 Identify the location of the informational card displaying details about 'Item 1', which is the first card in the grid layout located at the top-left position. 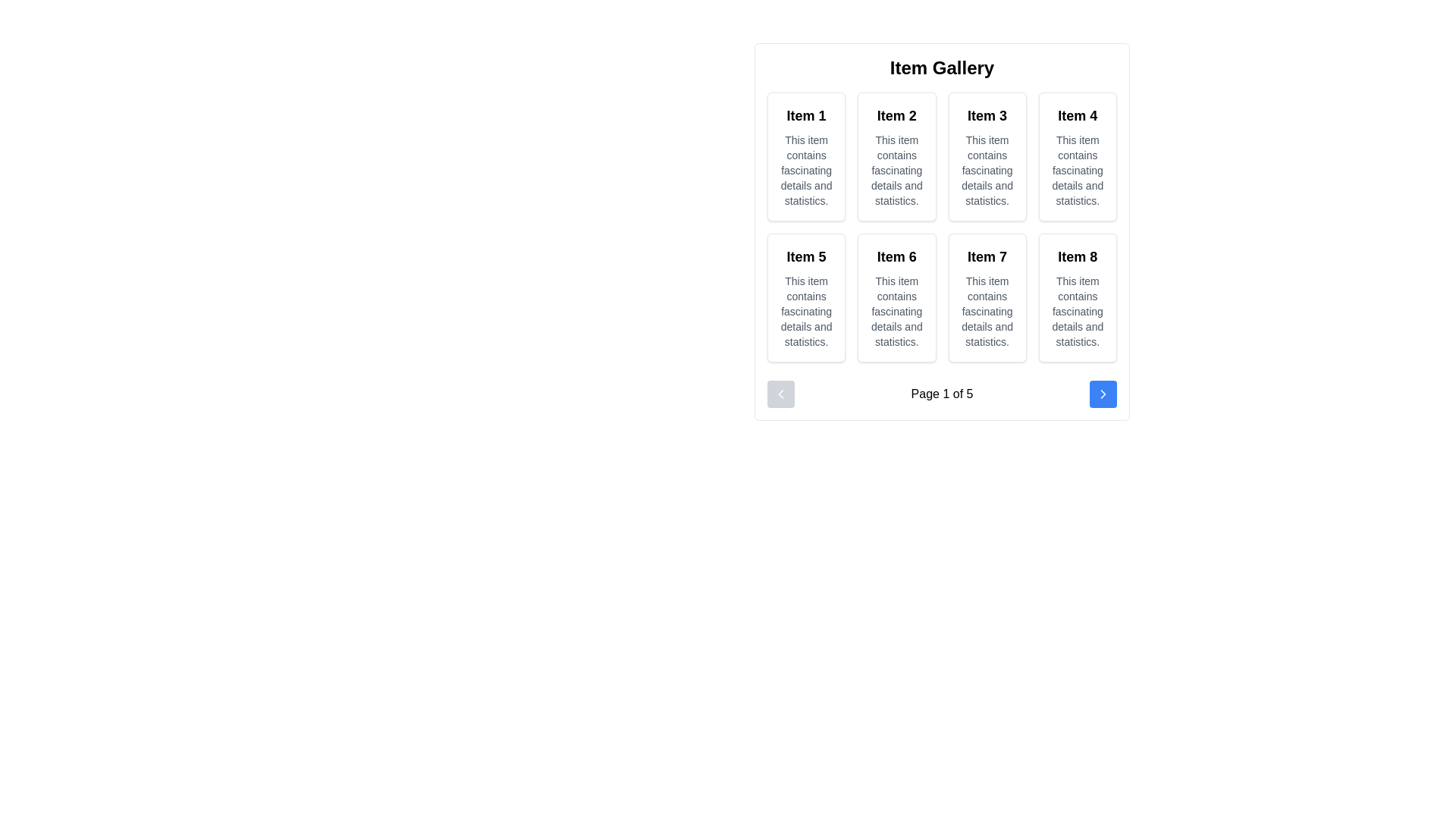
(805, 157).